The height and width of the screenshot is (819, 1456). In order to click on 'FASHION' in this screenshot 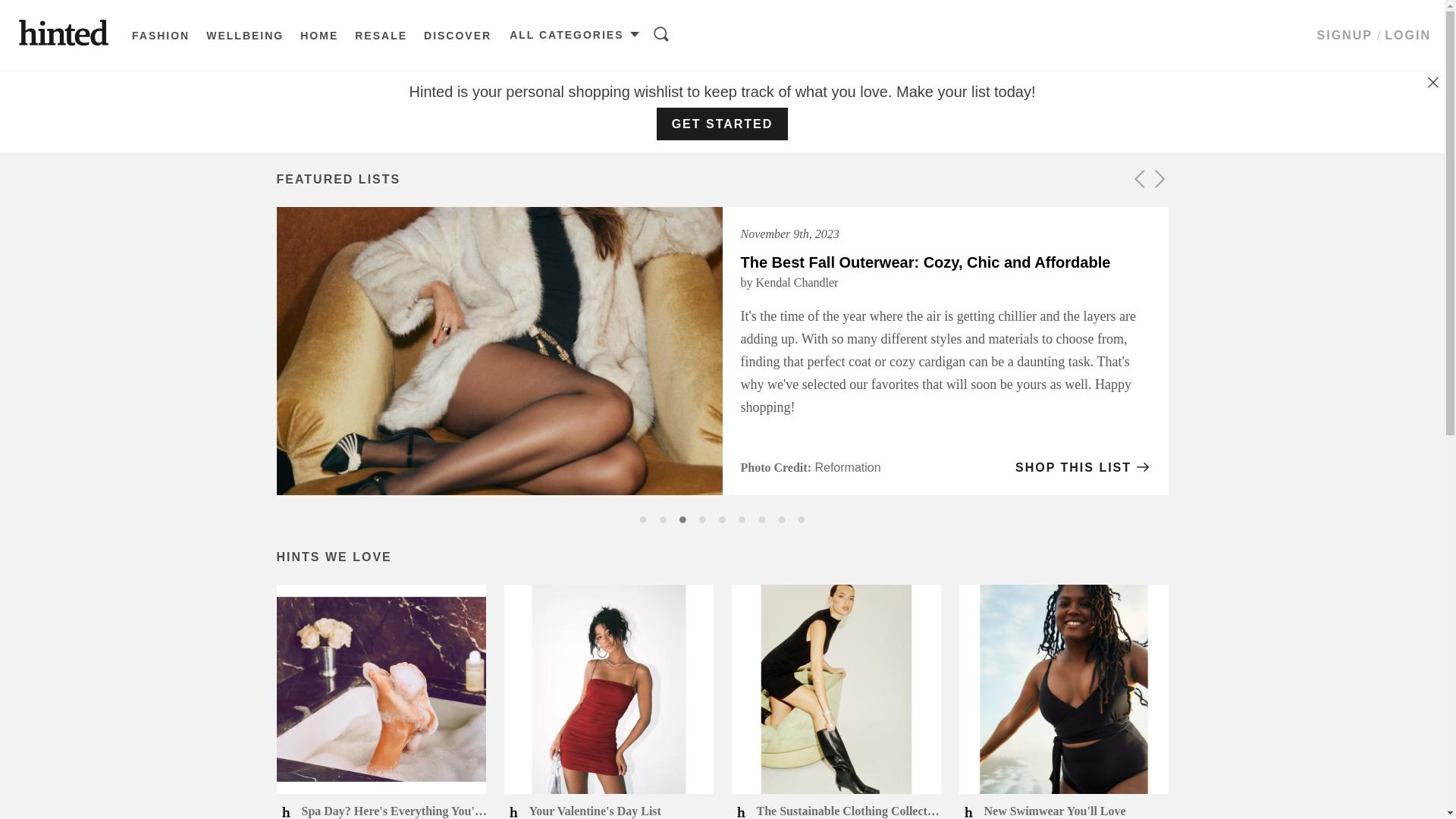, I will do `click(160, 35)`.